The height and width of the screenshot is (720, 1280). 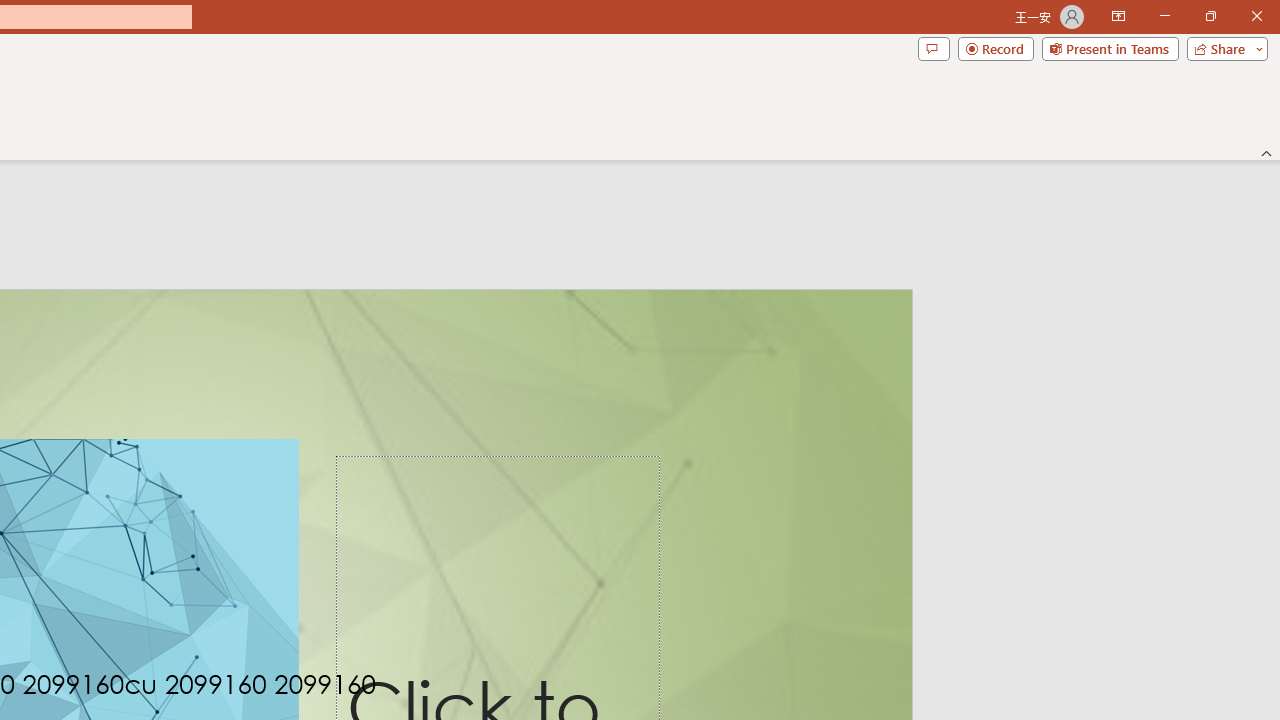 What do you see at coordinates (995, 47) in the screenshot?
I see `'Record'` at bounding box center [995, 47].